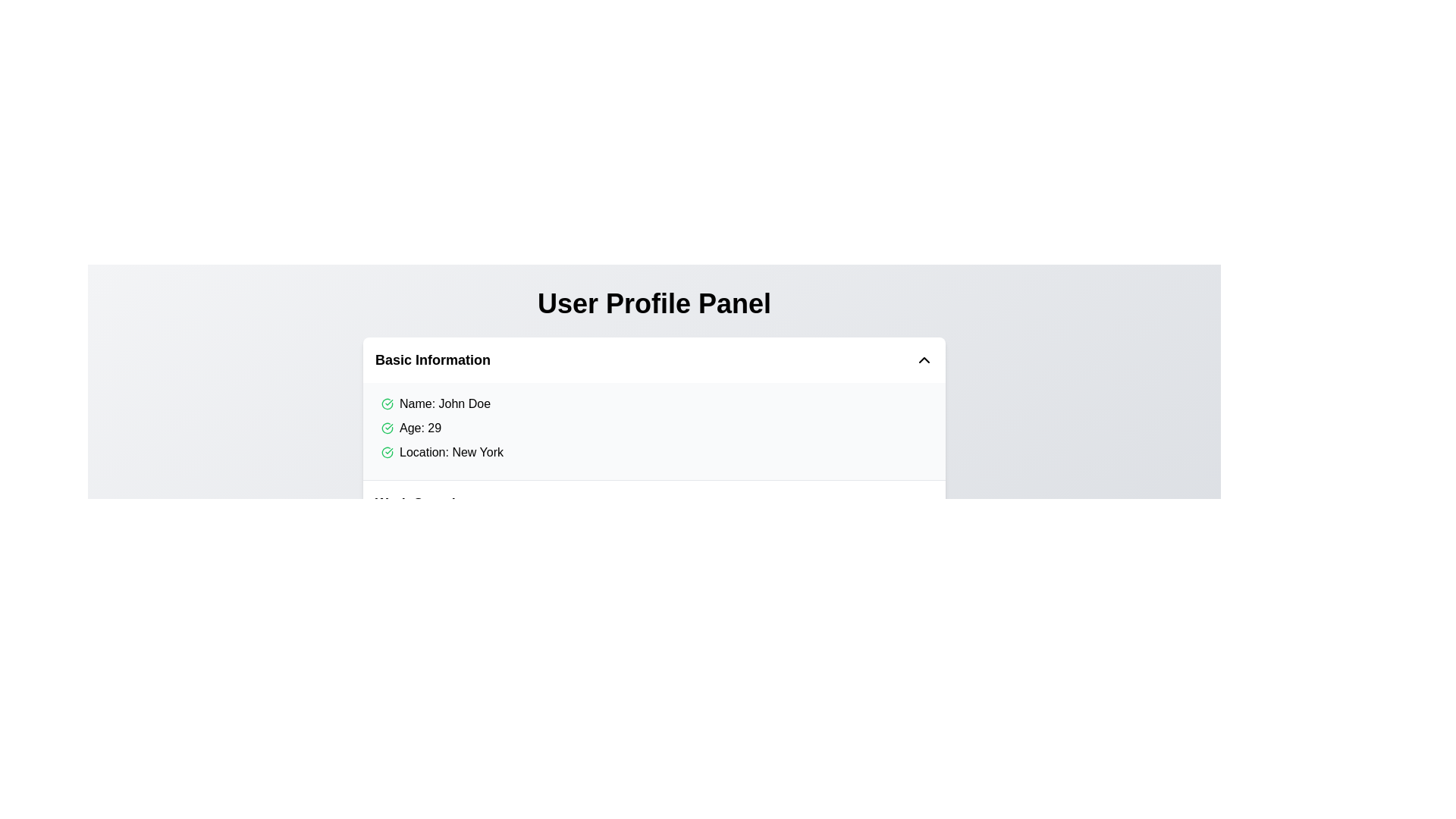 This screenshot has width=1456, height=819. Describe the element at coordinates (387, 403) in the screenshot. I see `the validation status indicator icon located to the left of the text 'Name: John Doe' in the 'Basic Information' section of the profile page` at that location.